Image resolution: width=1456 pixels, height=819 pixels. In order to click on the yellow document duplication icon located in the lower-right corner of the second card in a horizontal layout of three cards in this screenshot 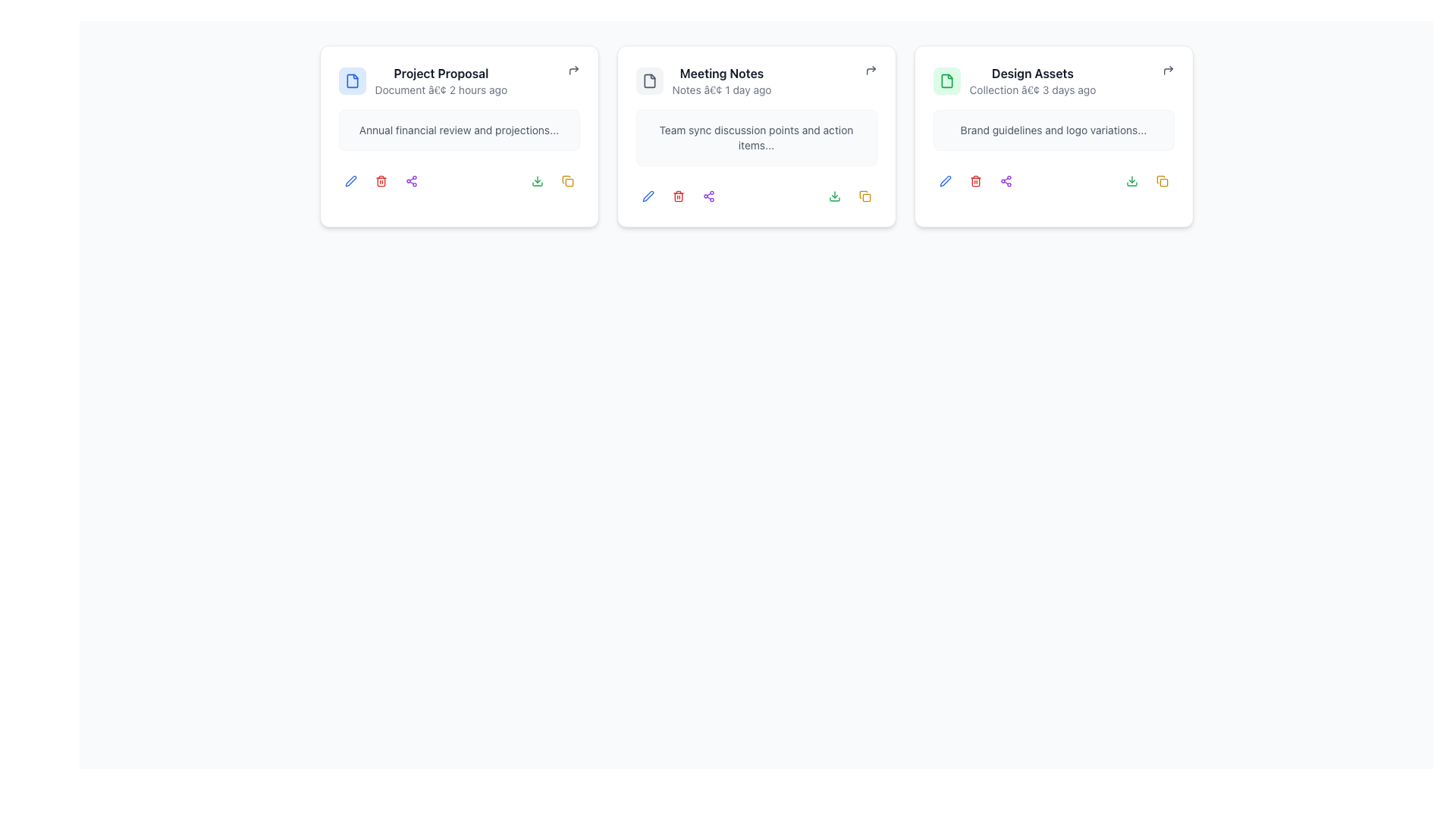, I will do `click(864, 195)`.